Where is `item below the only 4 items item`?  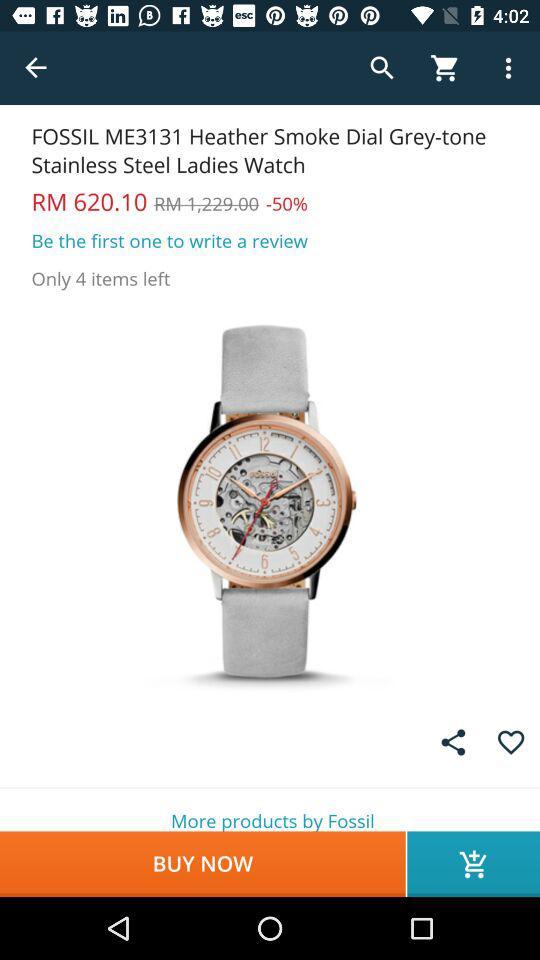
item below the only 4 items item is located at coordinates (270, 500).